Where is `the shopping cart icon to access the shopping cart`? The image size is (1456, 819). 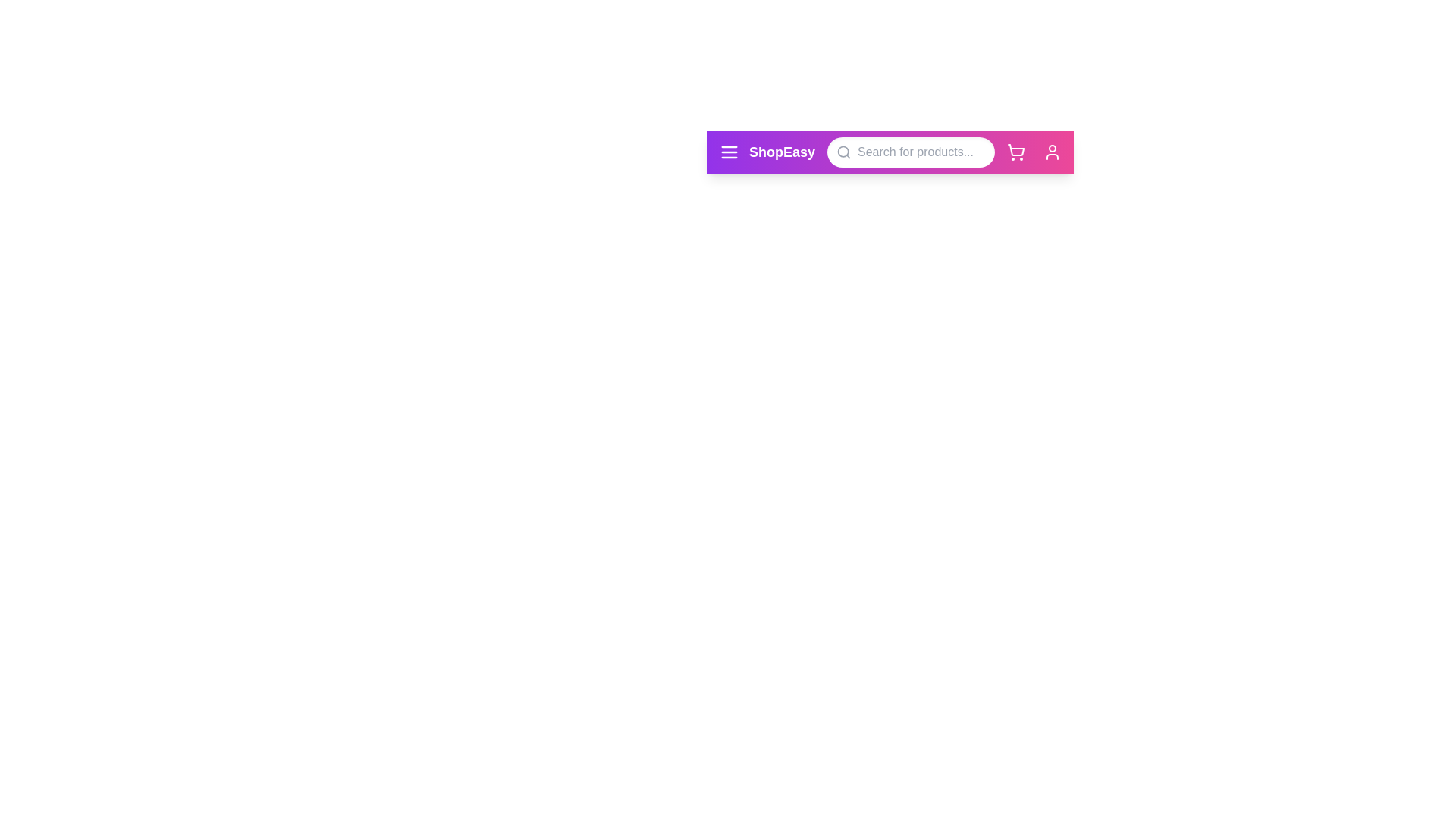
the shopping cart icon to access the shopping cart is located at coordinates (1015, 152).